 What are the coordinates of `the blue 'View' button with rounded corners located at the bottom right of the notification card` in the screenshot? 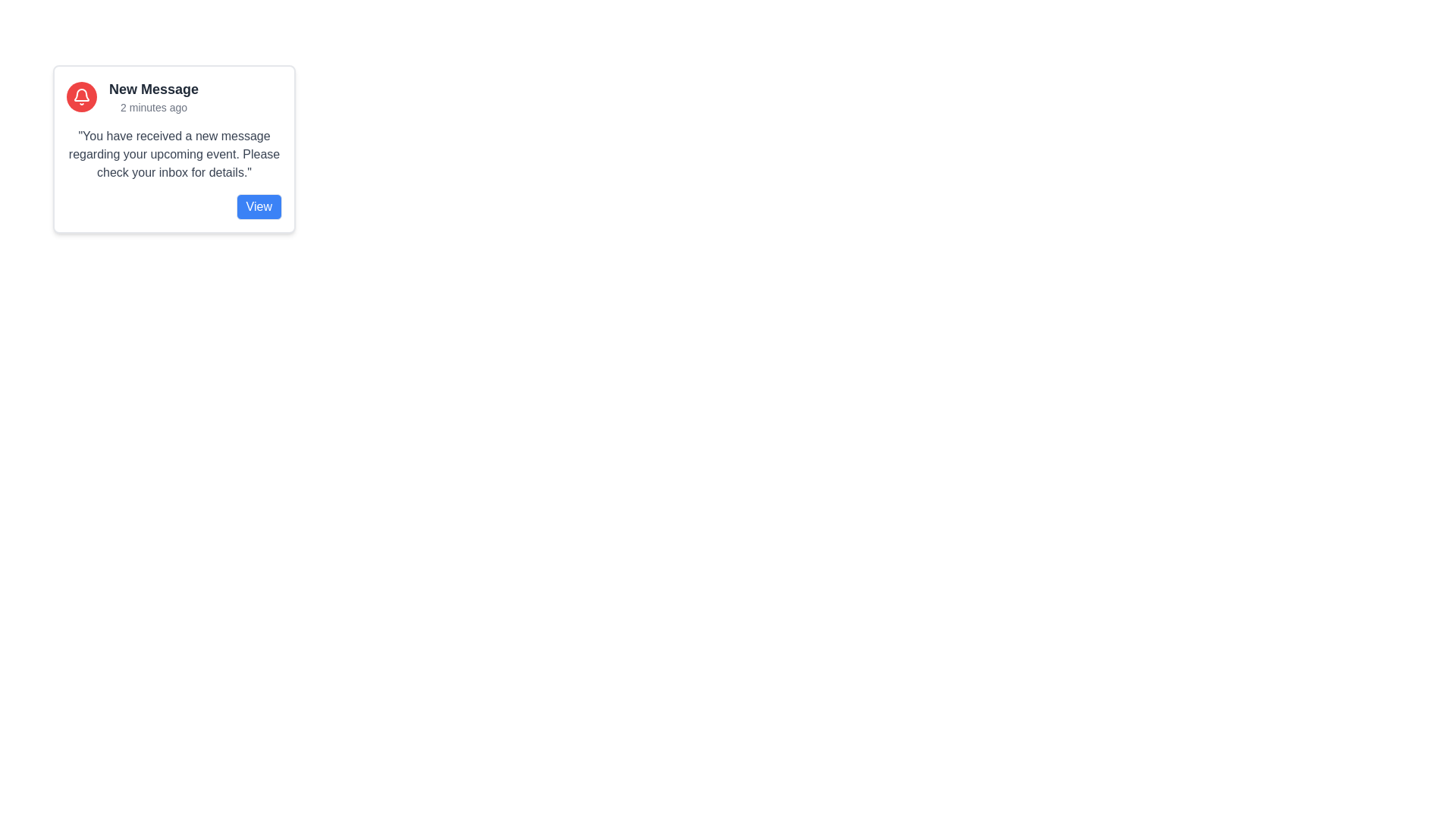 It's located at (259, 207).